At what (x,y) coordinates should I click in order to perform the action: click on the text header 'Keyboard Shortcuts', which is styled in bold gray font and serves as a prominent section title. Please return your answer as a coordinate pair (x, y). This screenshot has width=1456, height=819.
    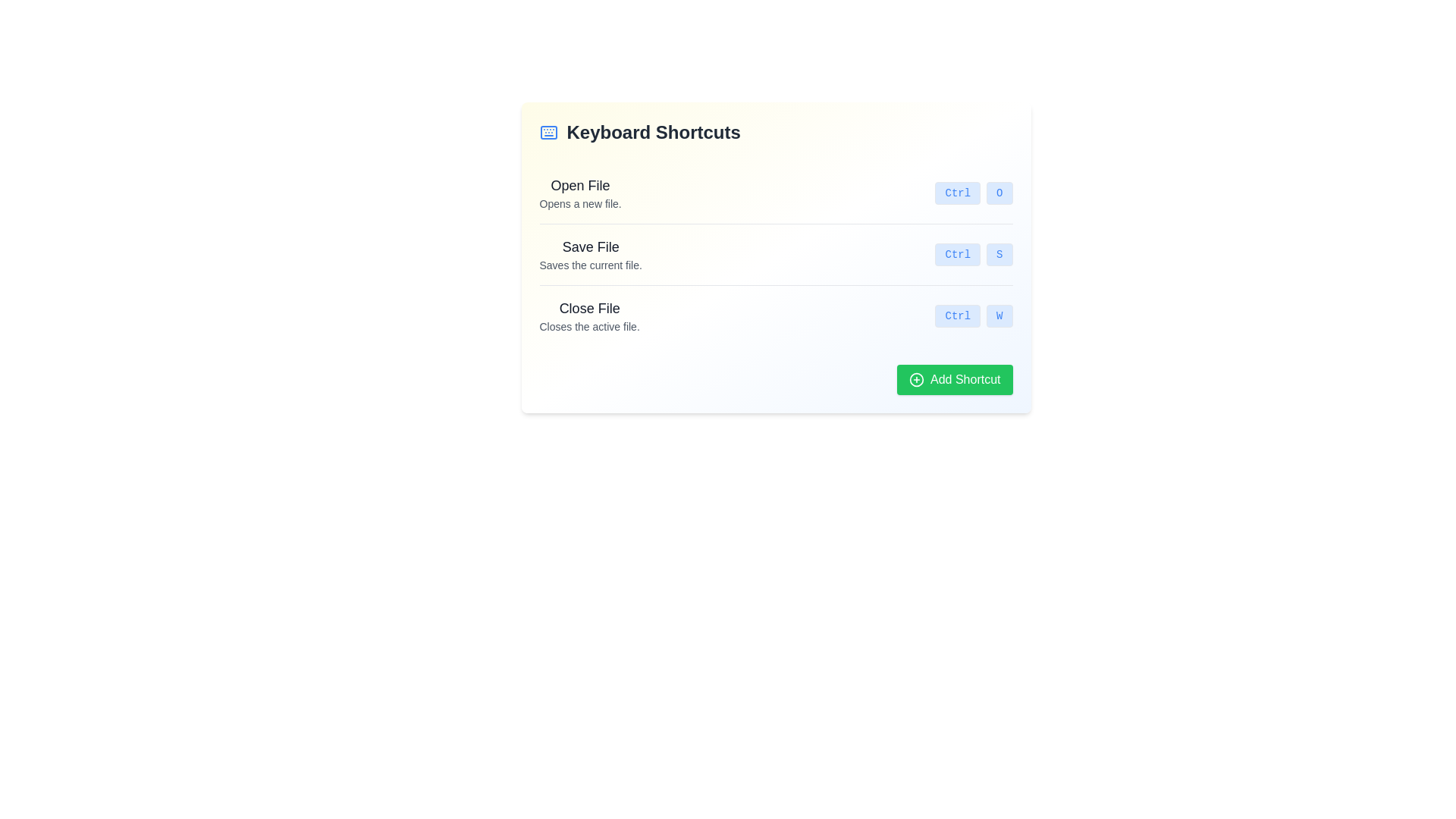
    Looking at the image, I should click on (654, 131).